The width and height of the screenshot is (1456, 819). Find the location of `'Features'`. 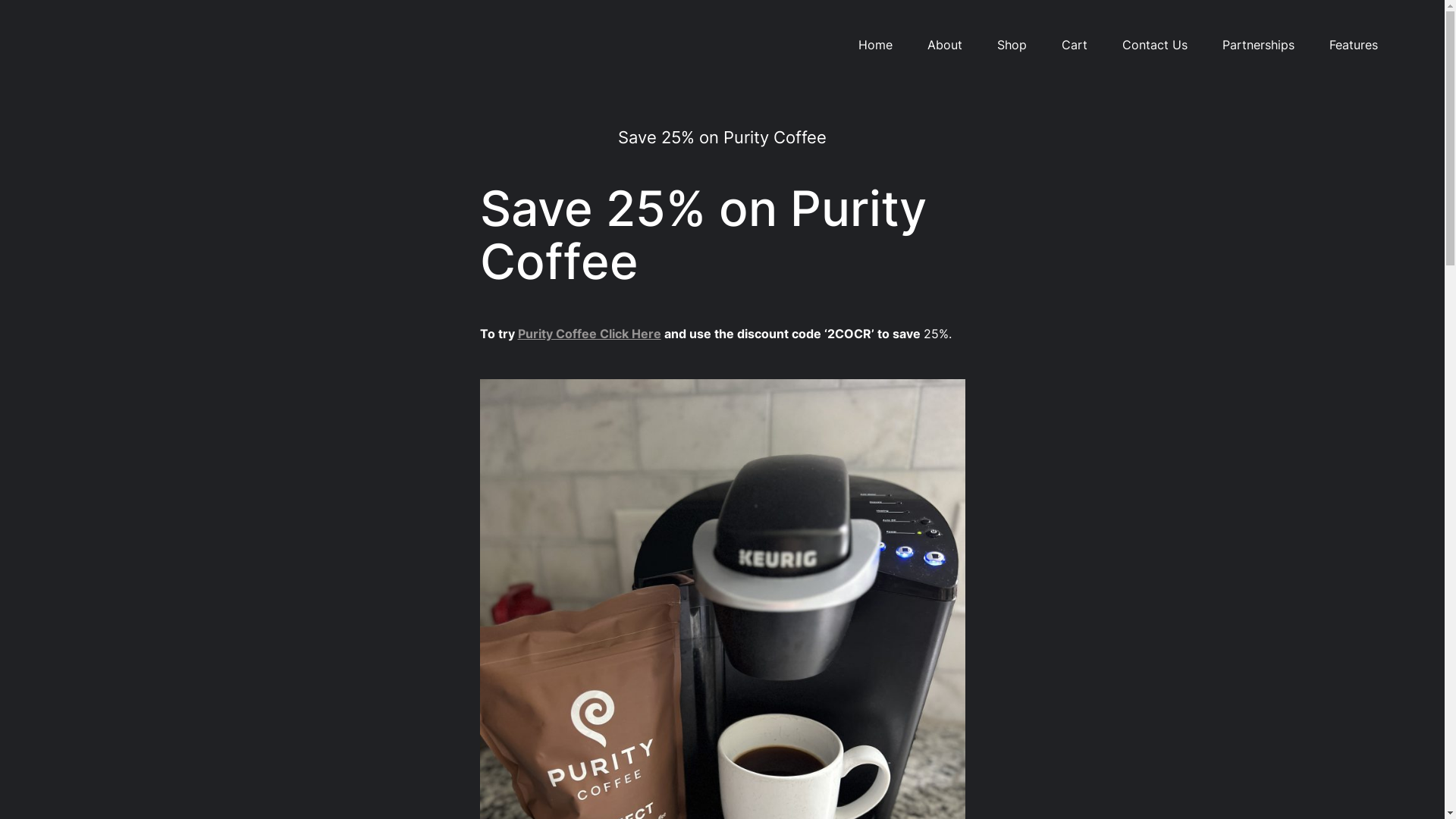

'Features' is located at coordinates (1328, 44).